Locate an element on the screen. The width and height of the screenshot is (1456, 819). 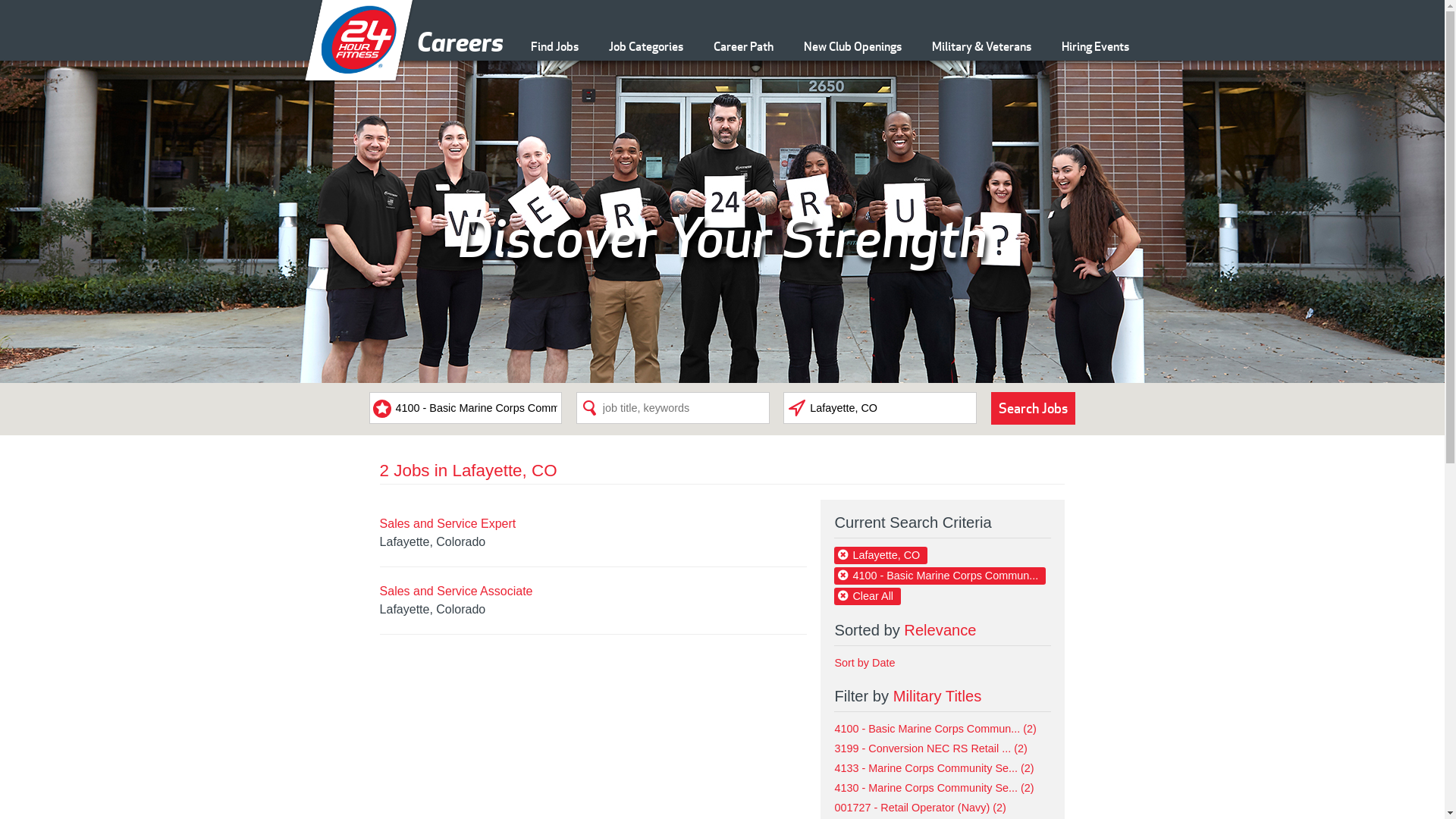
'Clear All' is located at coordinates (833, 595).